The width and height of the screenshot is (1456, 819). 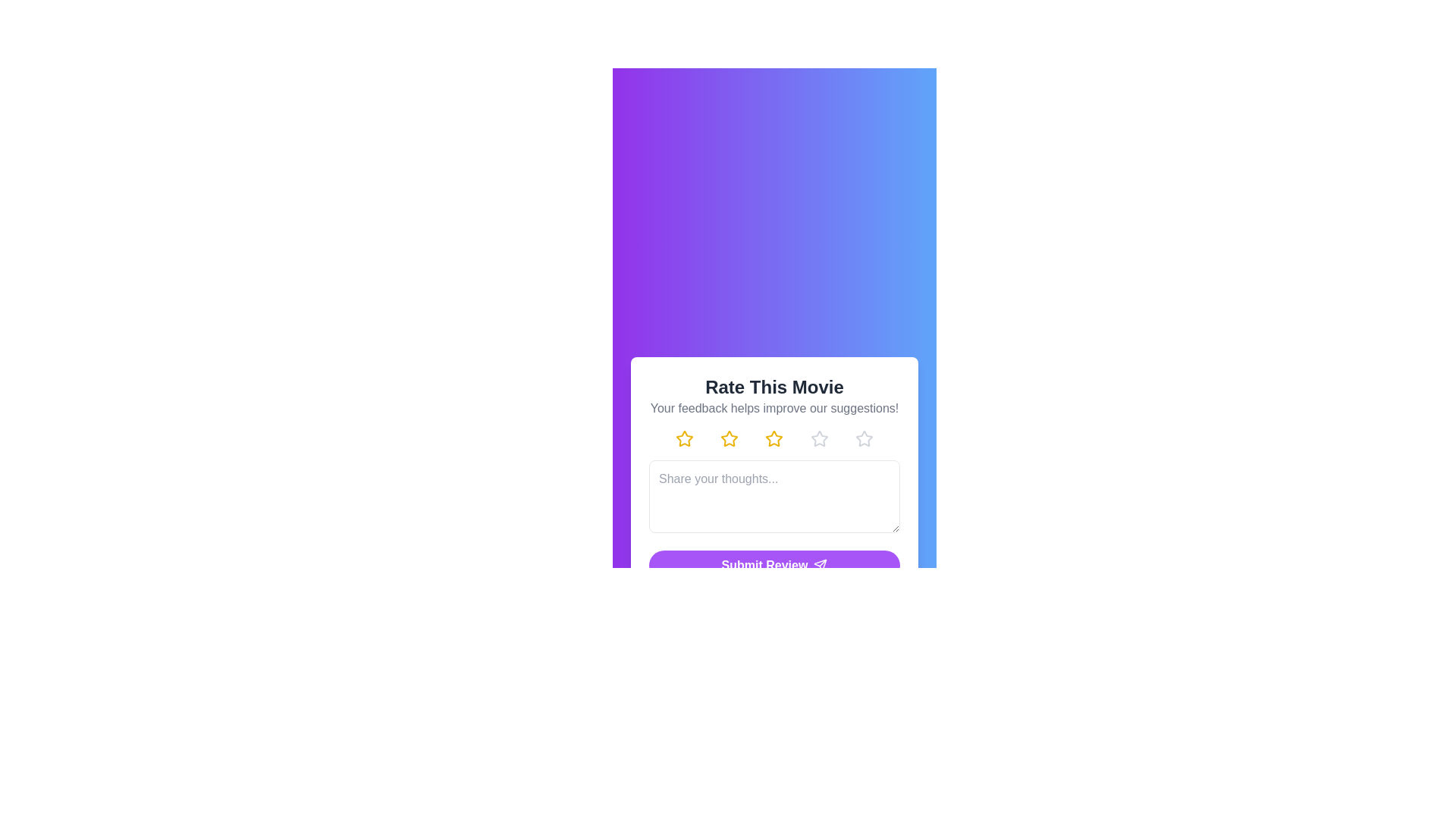 What do you see at coordinates (730, 438) in the screenshot?
I see `the second star of the five-star rating system below the text 'Rate This Movie' for accessibility purposes` at bounding box center [730, 438].